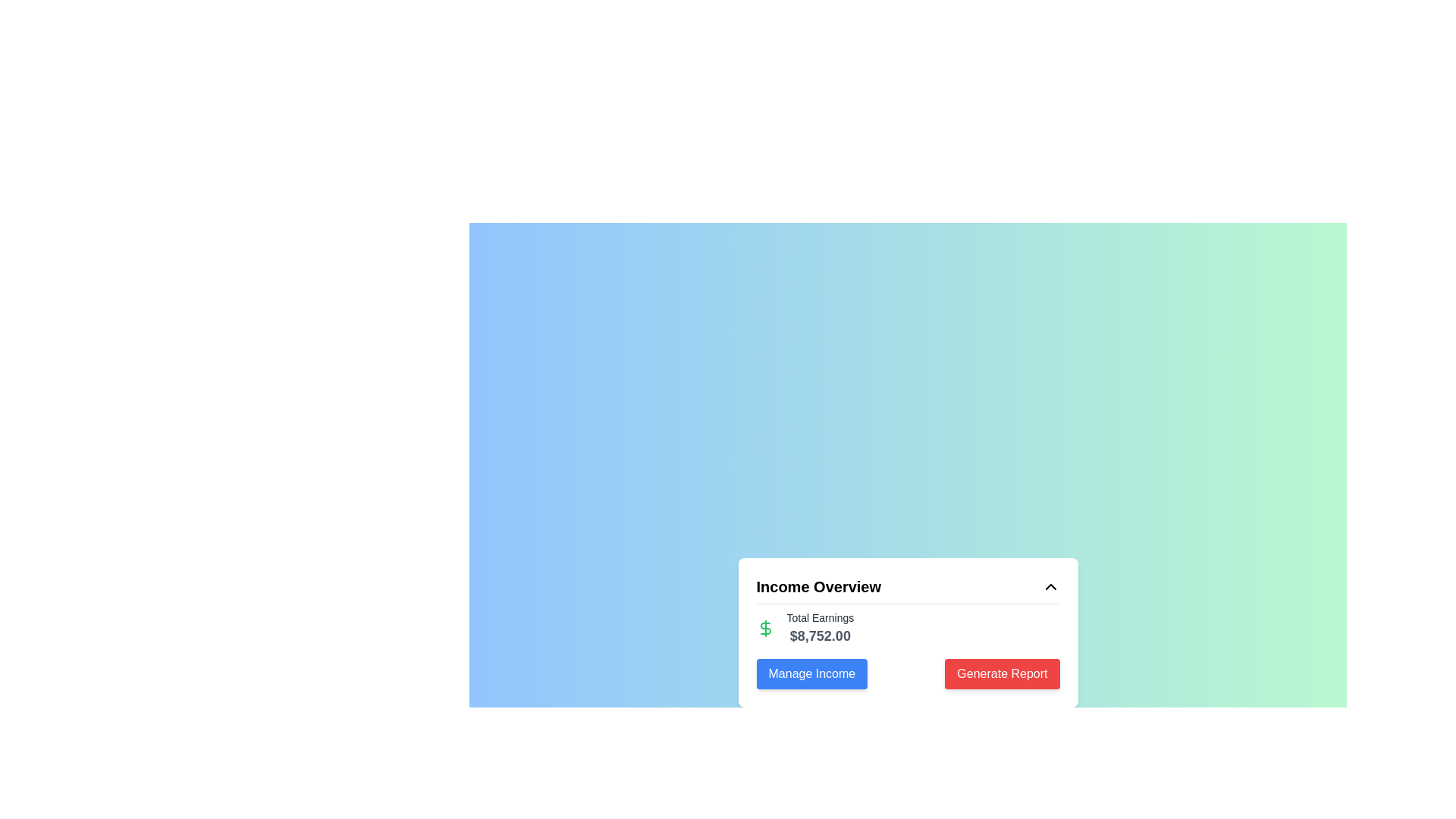 The image size is (1456, 819). What do you see at coordinates (1050, 585) in the screenshot?
I see `the small button with an upward-pointing chevron icon located next to the 'Income Overview' title` at bounding box center [1050, 585].